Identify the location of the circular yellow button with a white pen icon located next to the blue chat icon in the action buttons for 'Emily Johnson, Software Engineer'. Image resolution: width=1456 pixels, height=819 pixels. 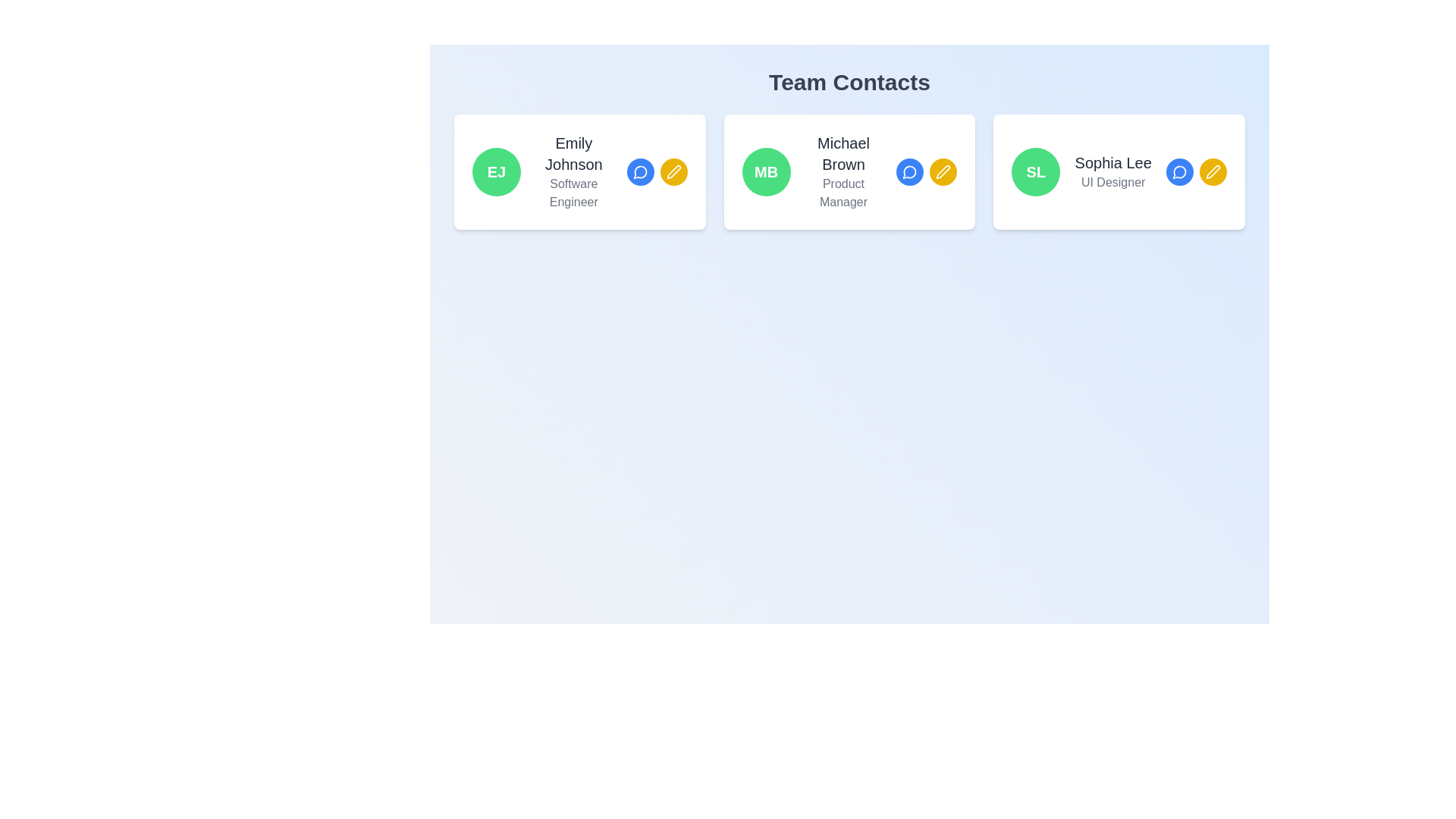
(673, 171).